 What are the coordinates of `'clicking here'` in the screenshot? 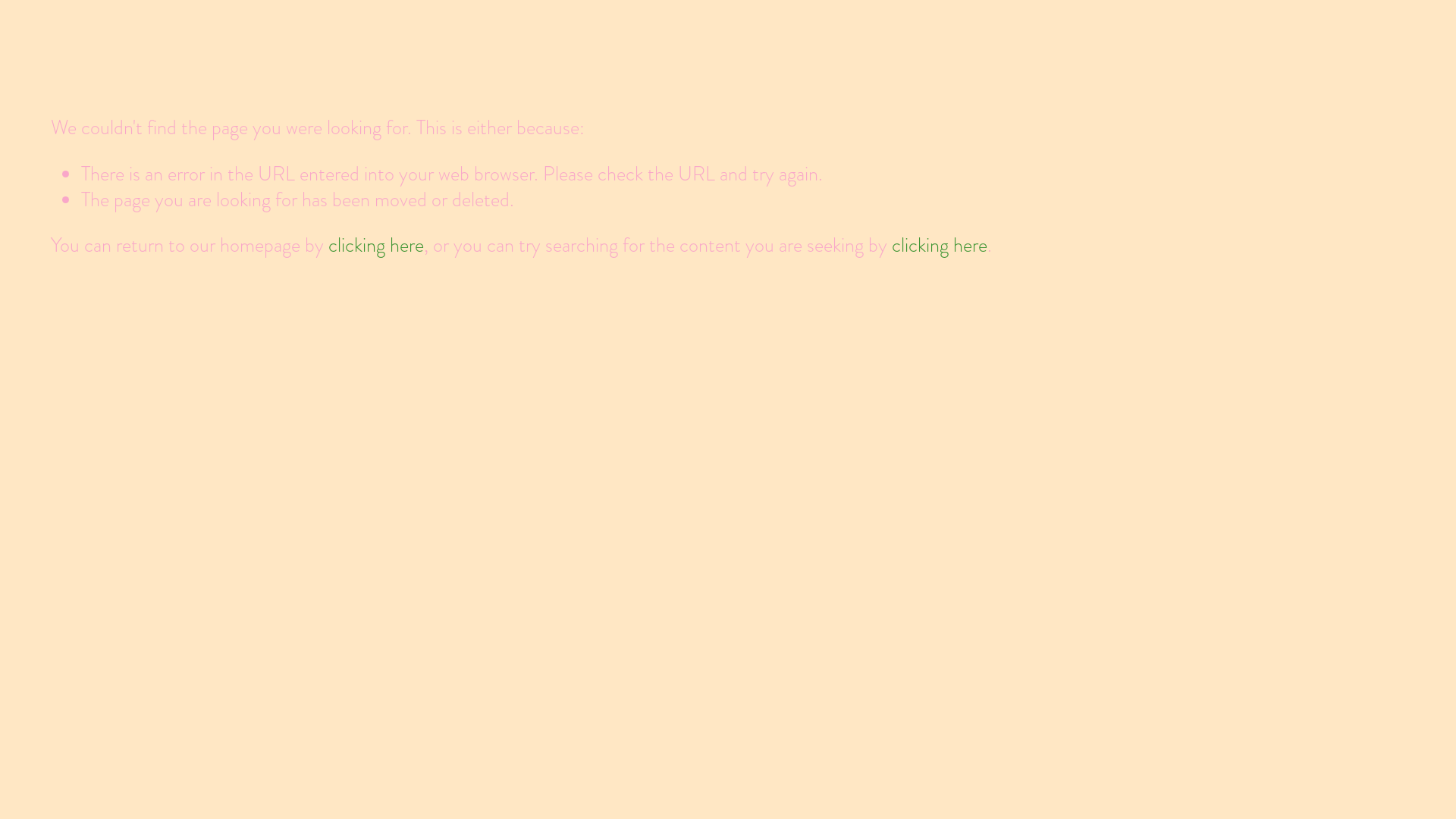 It's located at (938, 244).